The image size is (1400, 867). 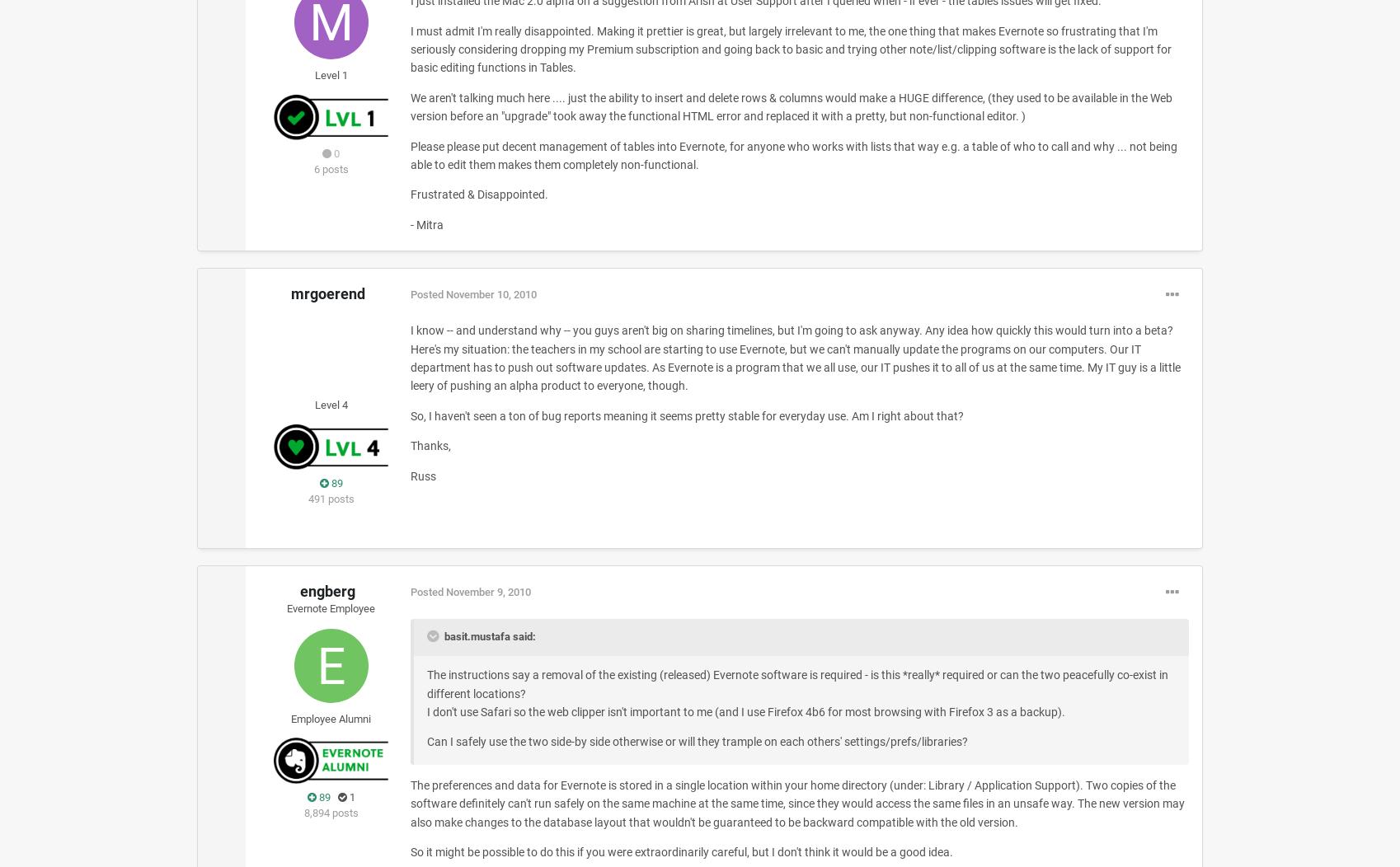 What do you see at coordinates (314, 75) in the screenshot?
I see `'Level 1'` at bounding box center [314, 75].